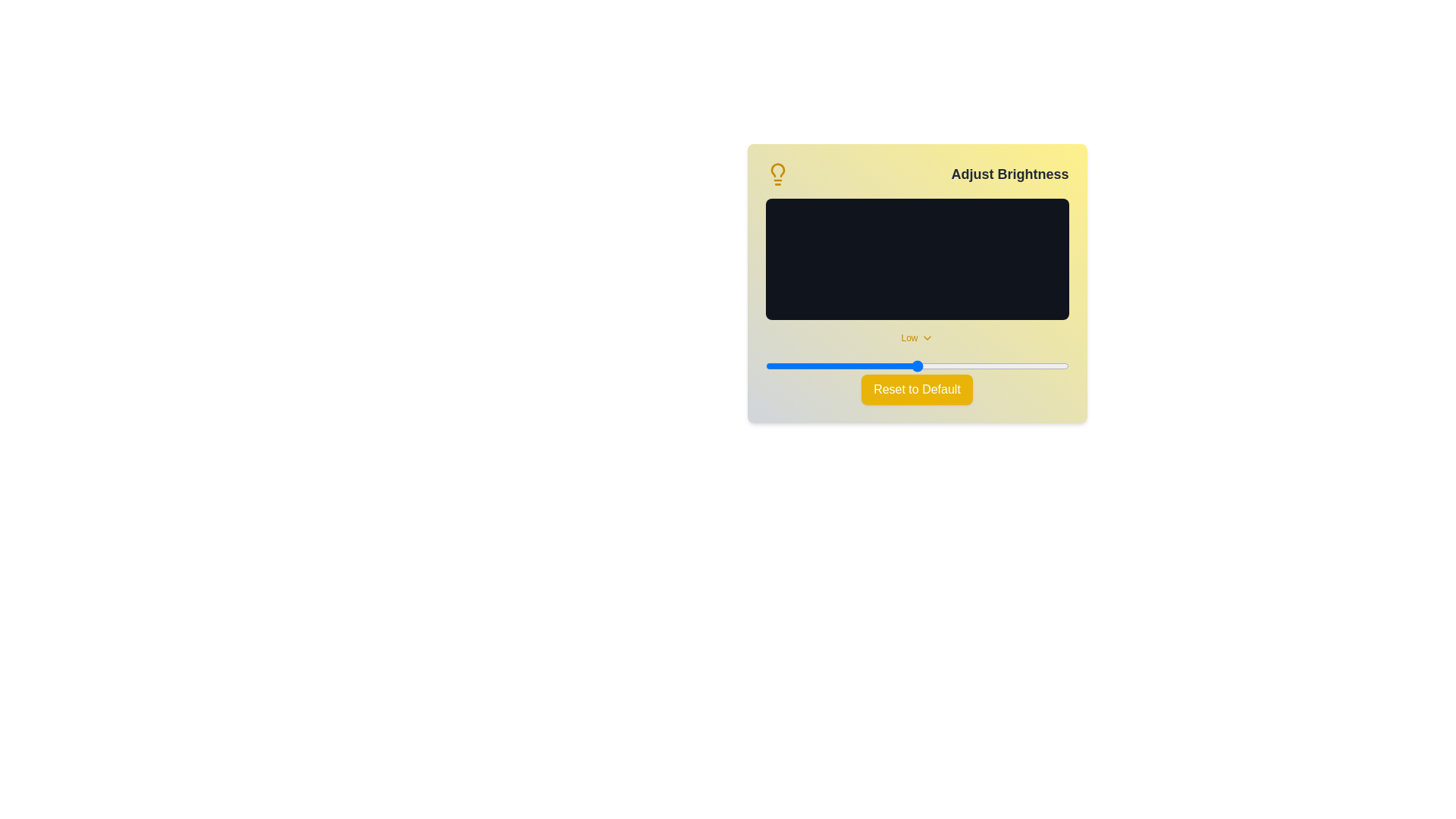 This screenshot has height=819, width=1456. What do you see at coordinates (943, 366) in the screenshot?
I see `the brightness slider to 59 percent` at bounding box center [943, 366].